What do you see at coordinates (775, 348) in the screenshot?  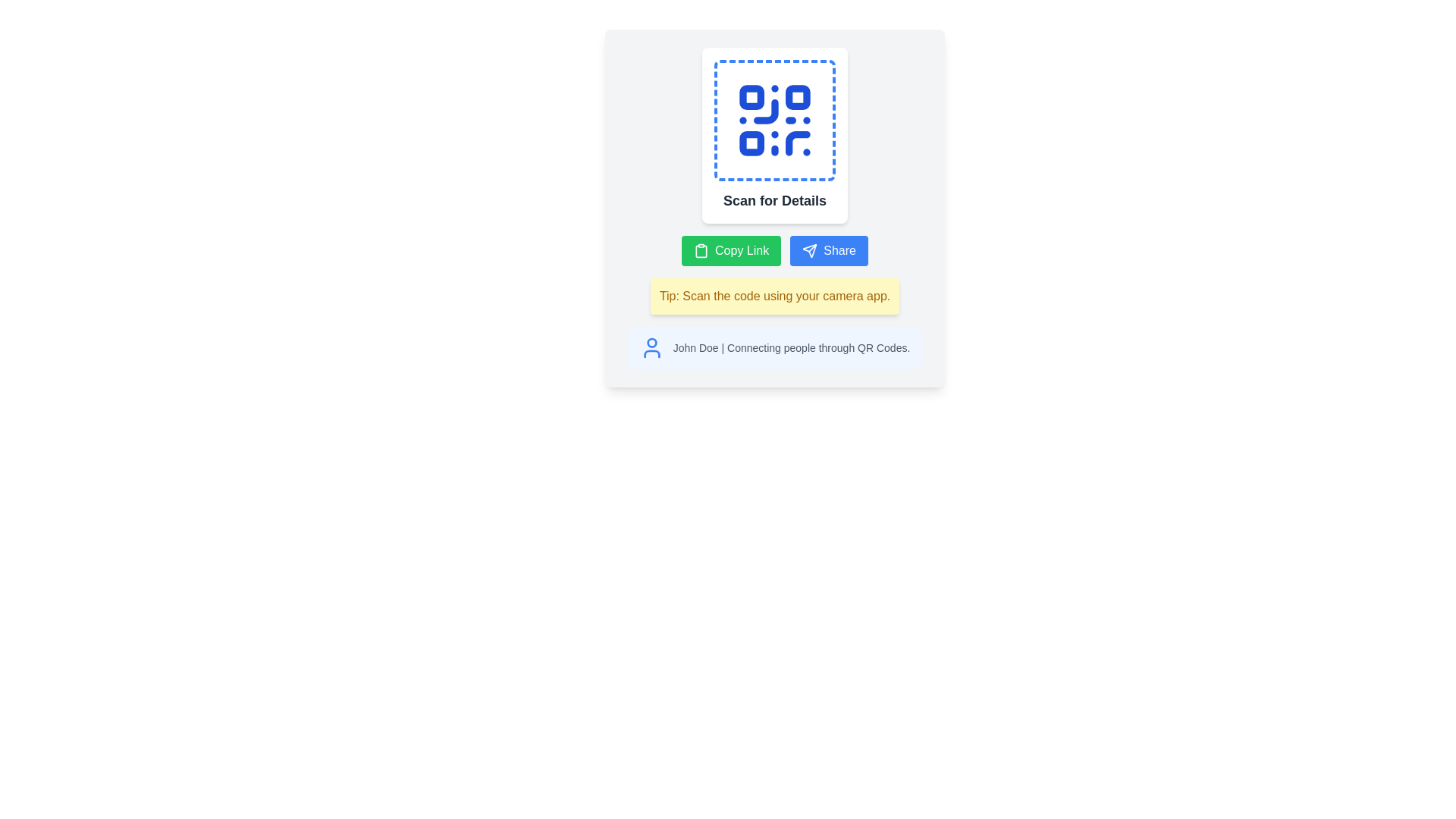 I see `the Information Panel that has a light blue background, rounded corners, and contains the text 'John Doe | Connecting people through QR Codes.'` at bounding box center [775, 348].